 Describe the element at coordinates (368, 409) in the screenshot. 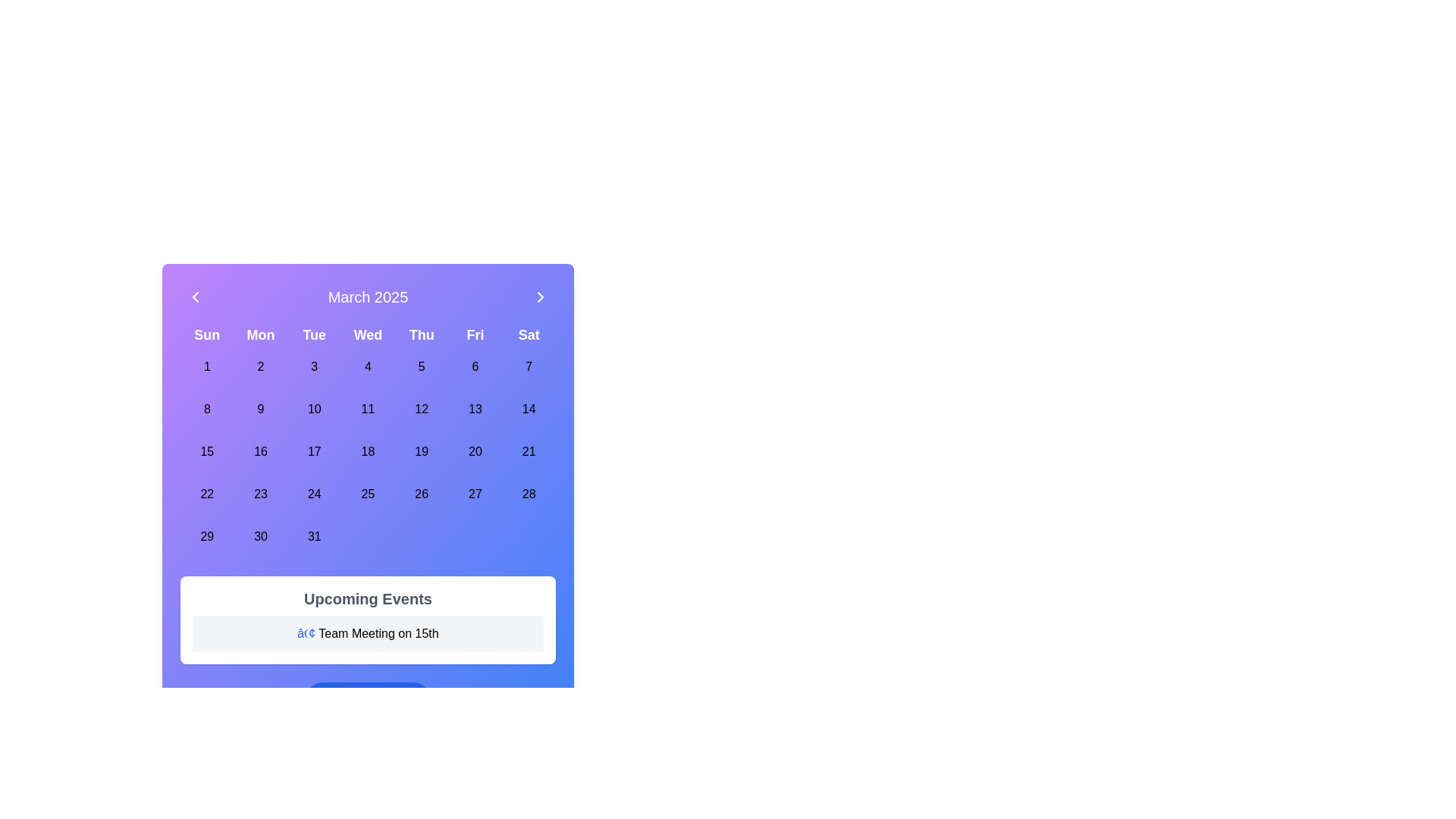

I see `the Interactive calendar day cell representing the 11th of the month, located under the 'Wed' column in the second row, to trigger styling changes` at that location.